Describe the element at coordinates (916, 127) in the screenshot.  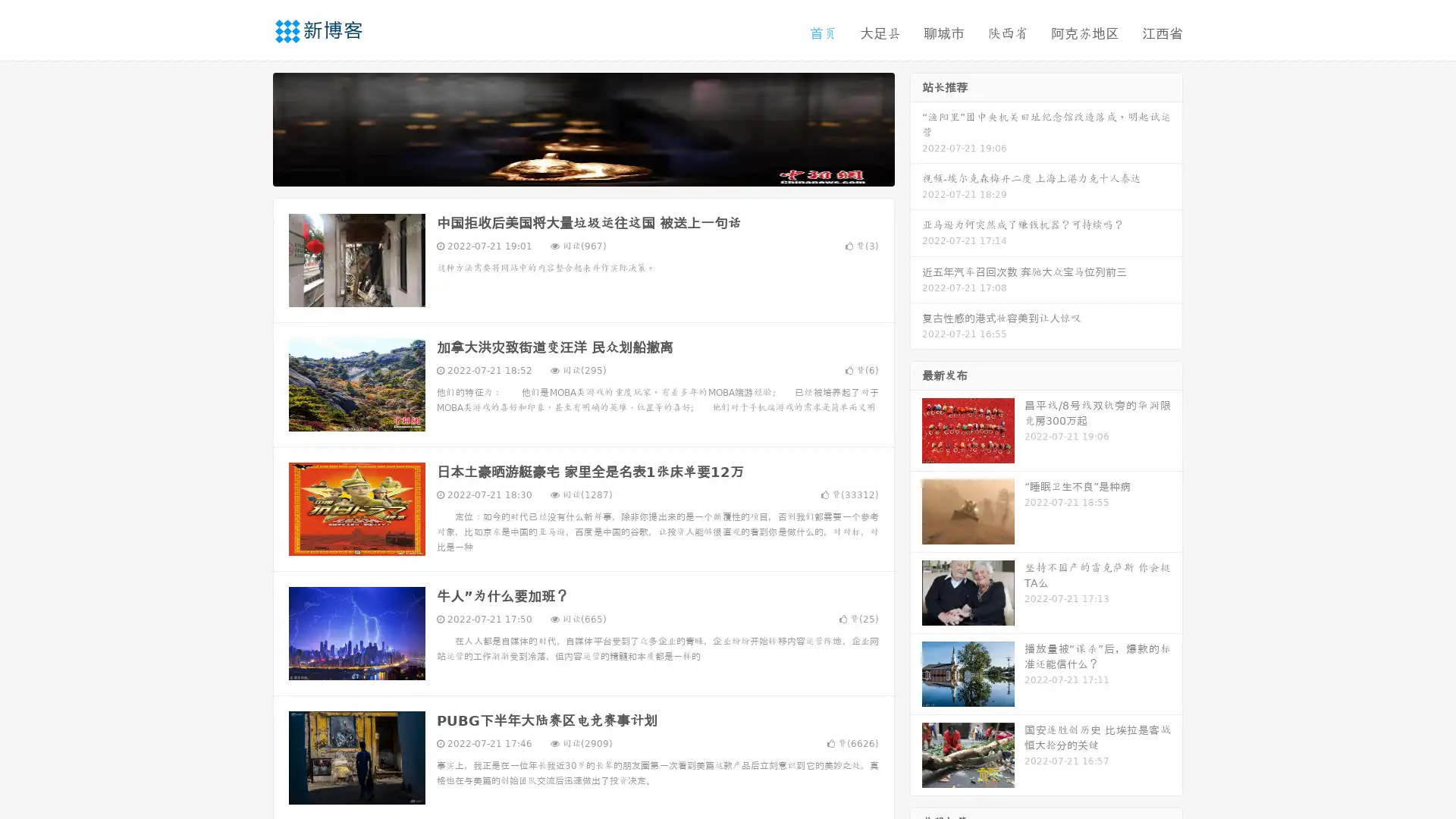
I see `Next slide` at that location.